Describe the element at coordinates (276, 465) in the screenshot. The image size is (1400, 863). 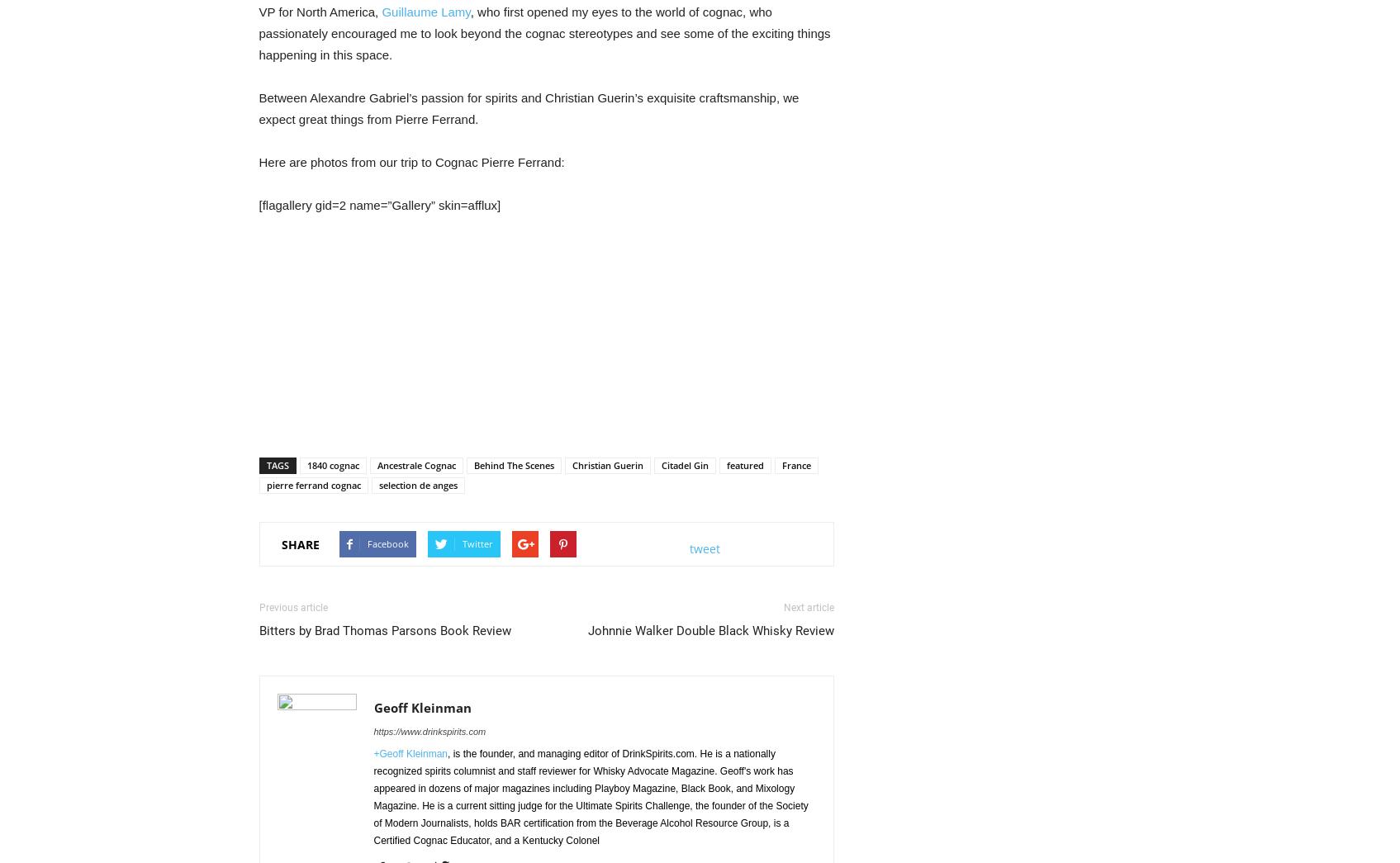
I see `'TAGS'` at that location.